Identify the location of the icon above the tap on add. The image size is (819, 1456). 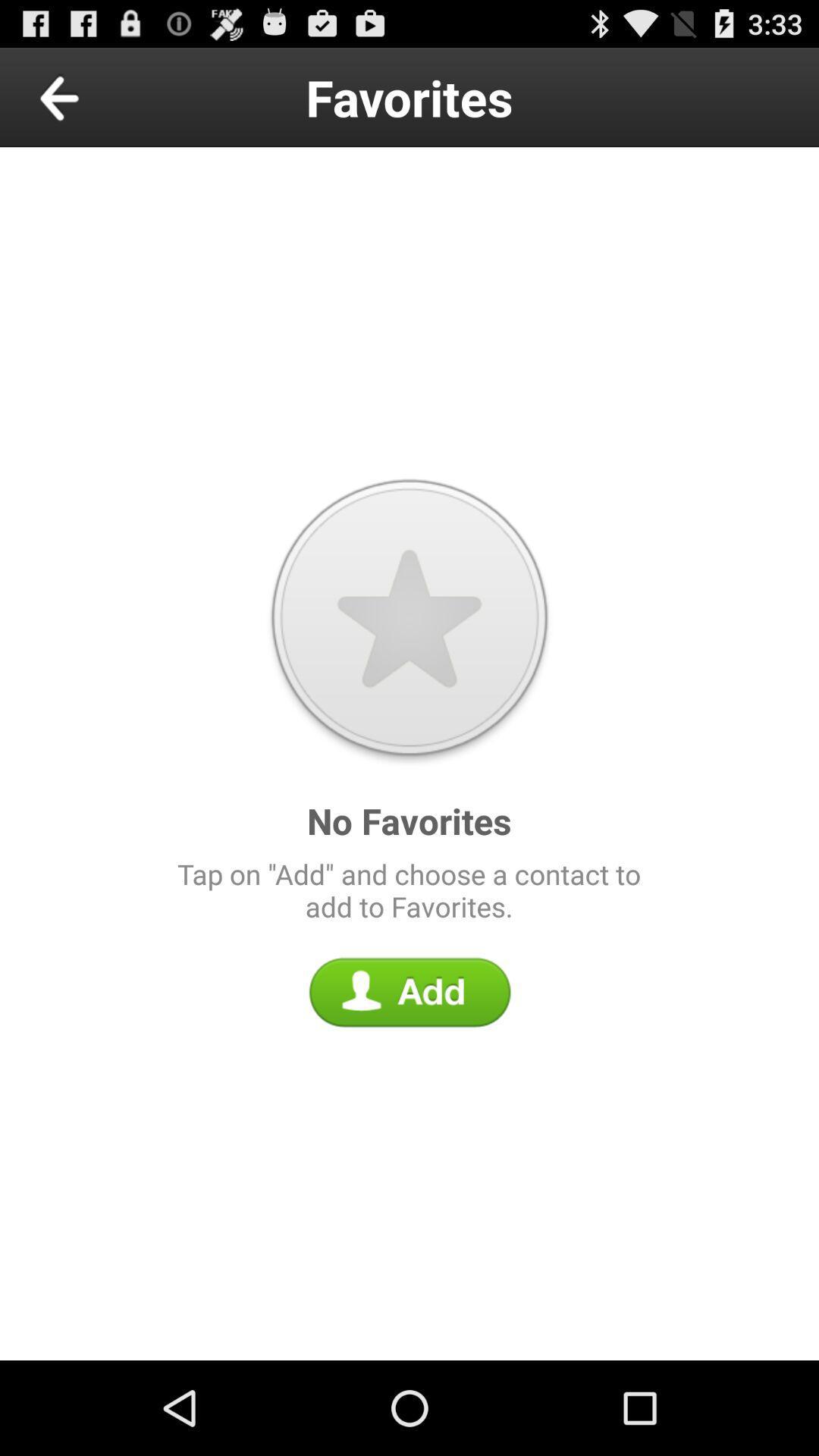
(94, 96).